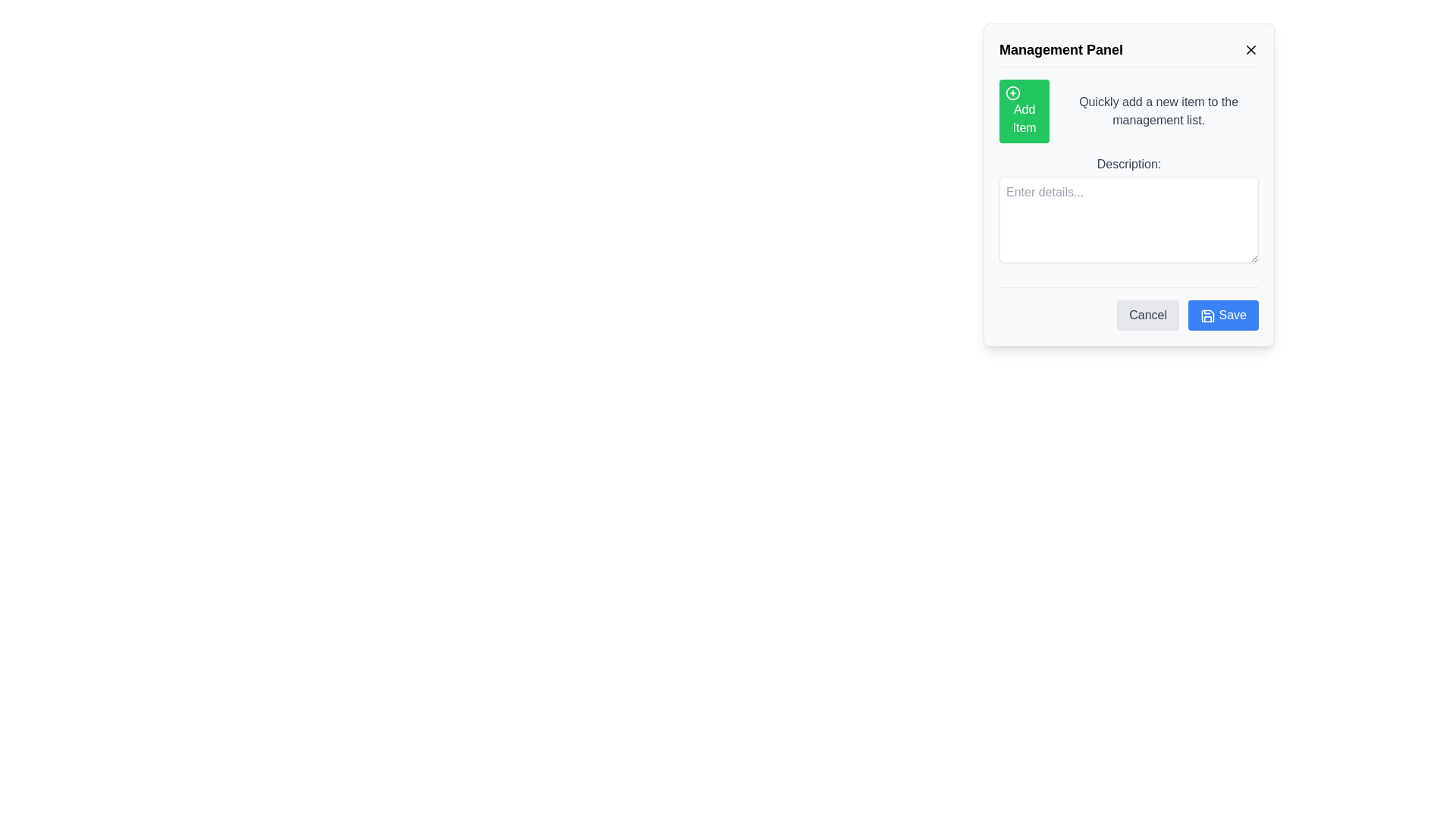 This screenshot has height=819, width=1456. Describe the element at coordinates (1148, 315) in the screenshot. I see `the 'Cancel' button, which is a rounded rectangular button with a light gray background located near the bottom right of the modal dialog` at that location.